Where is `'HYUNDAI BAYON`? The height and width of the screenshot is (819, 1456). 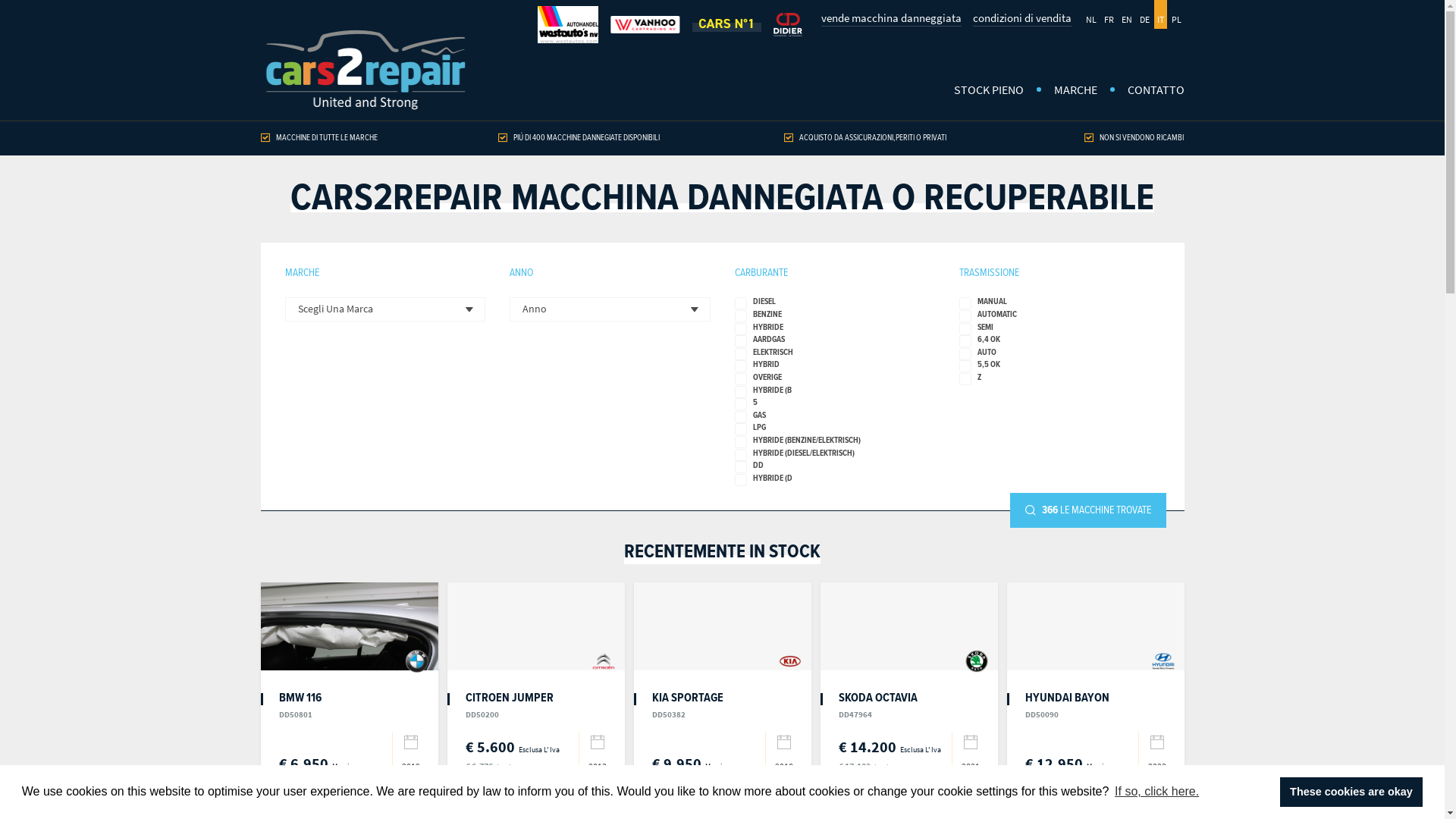
'HYUNDAI BAYON is located at coordinates (1066, 704).